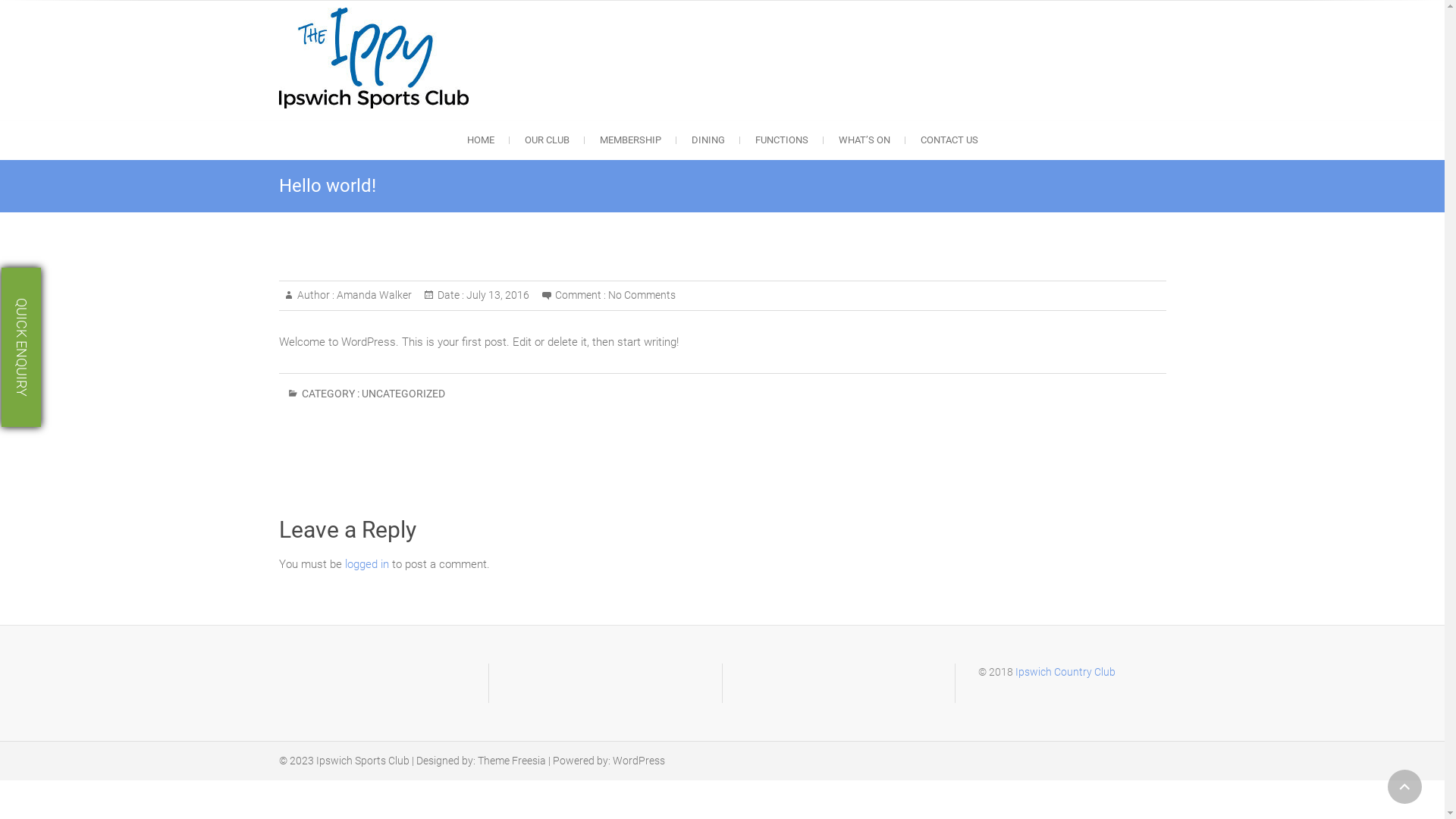  Describe the element at coordinates (496, 295) in the screenshot. I see `'July 13, 2016'` at that location.